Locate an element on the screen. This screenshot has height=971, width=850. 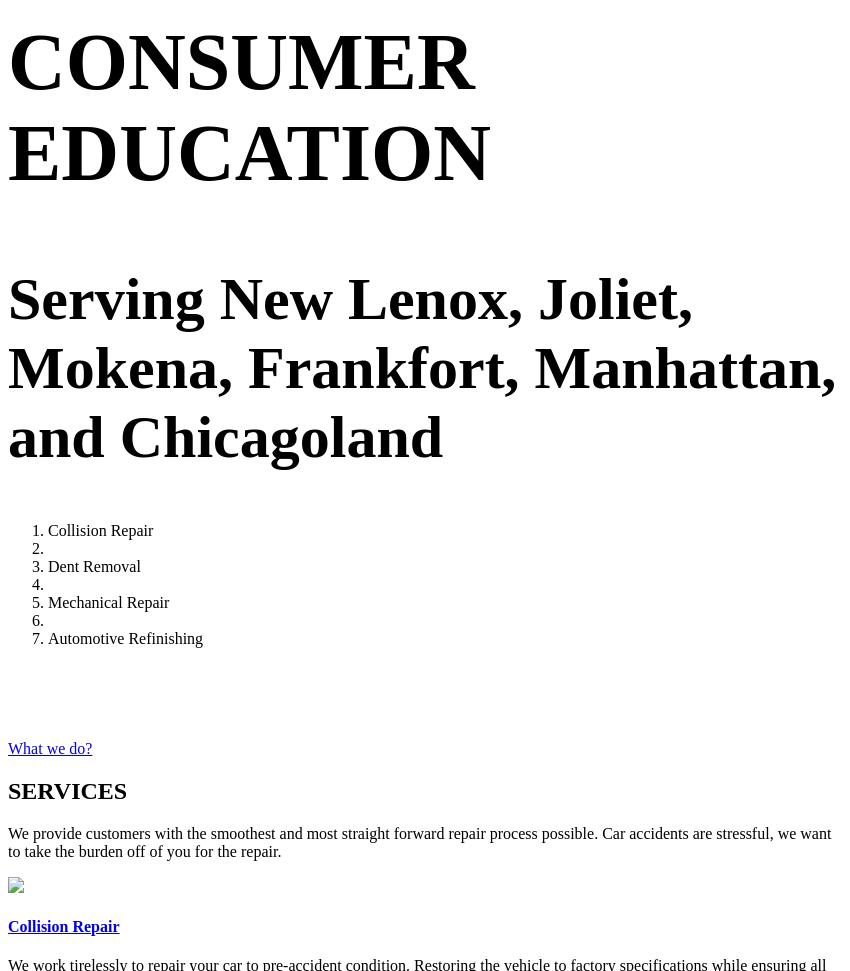
'Automotive Refinishing' is located at coordinates (124, 637).